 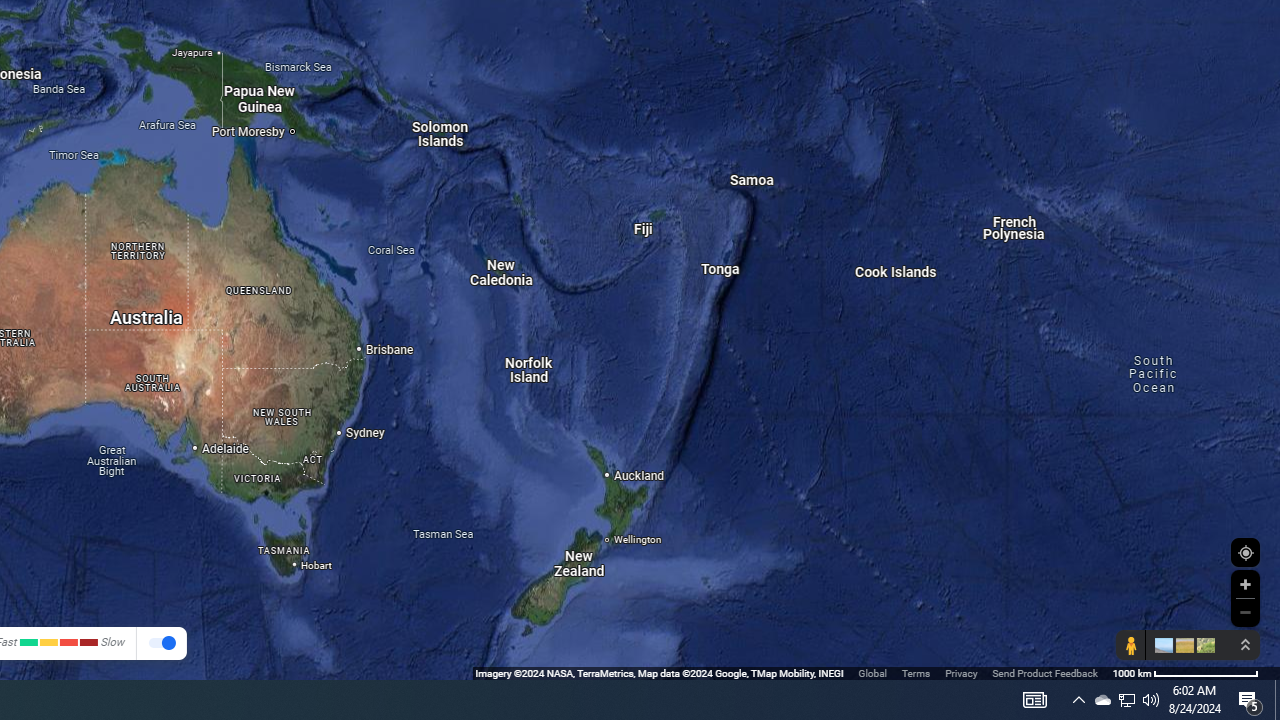 What do you see at coordinates (1244, 611) in the screenshot?
I see `'Zoom out'` at bounding box center [1244, 611].